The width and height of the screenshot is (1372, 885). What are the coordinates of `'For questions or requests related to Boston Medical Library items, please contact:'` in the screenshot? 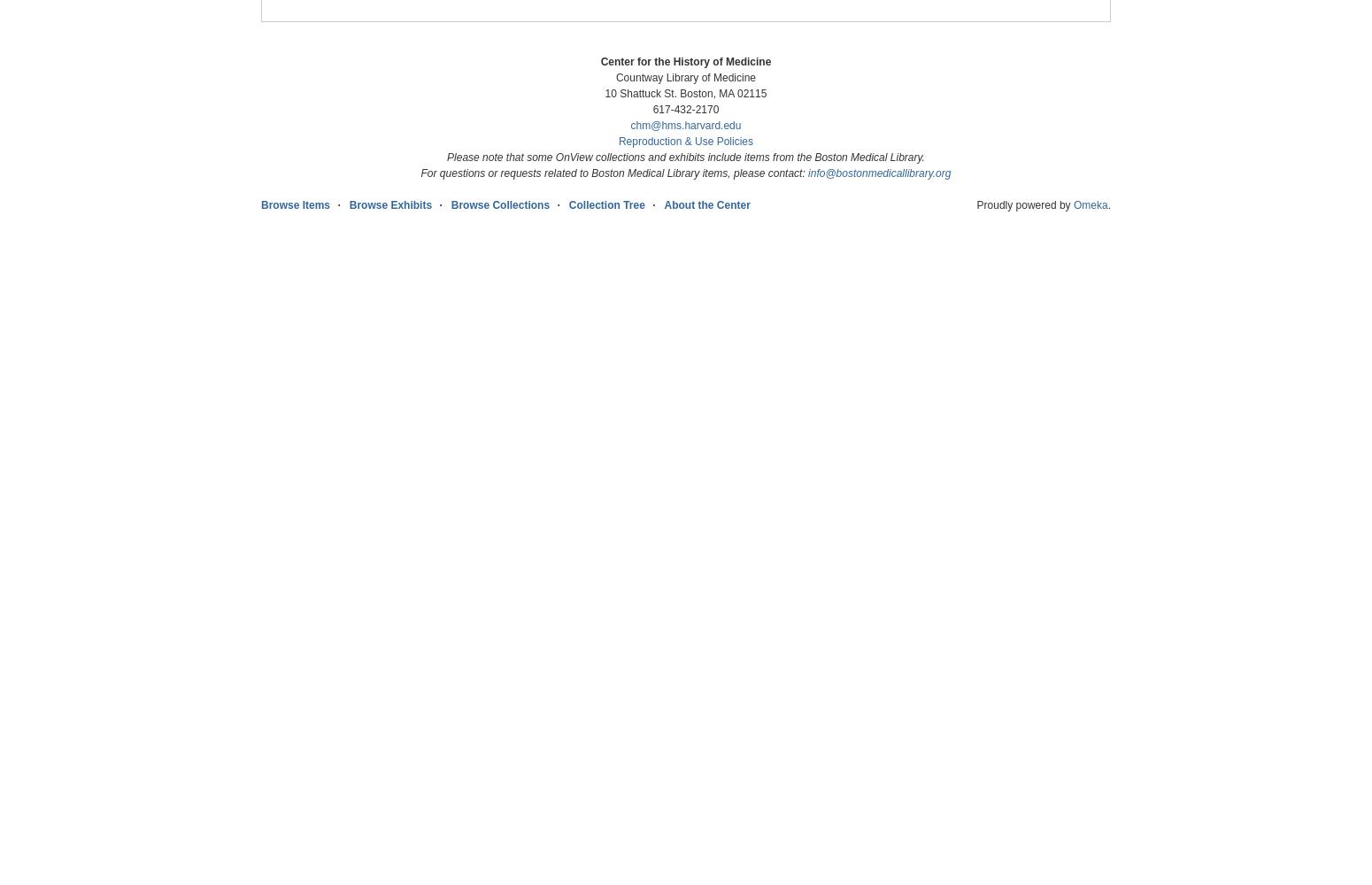 It's located at (613, 173).